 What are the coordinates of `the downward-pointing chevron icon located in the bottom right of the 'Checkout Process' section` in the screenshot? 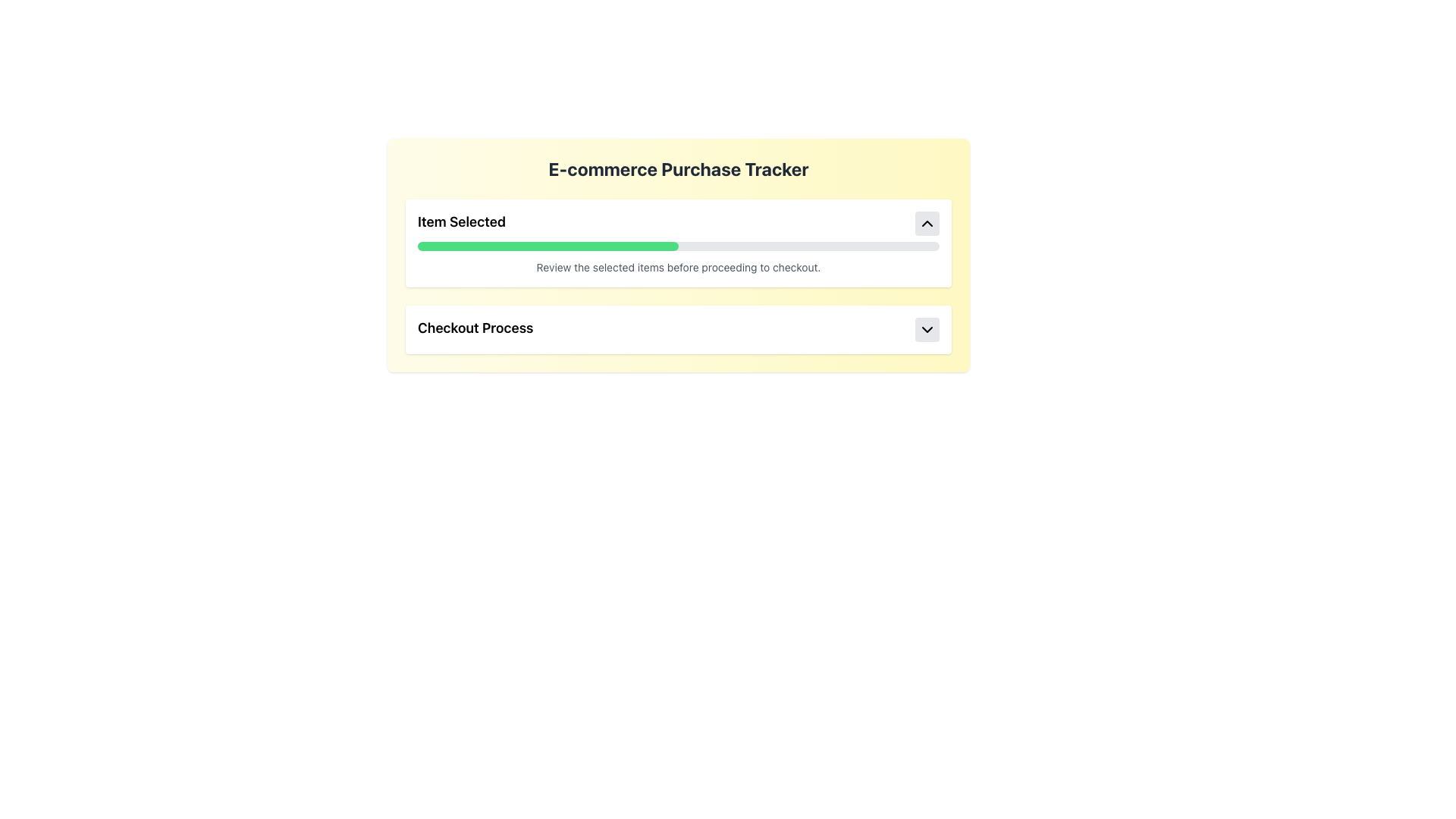 It's located at (927, 329).